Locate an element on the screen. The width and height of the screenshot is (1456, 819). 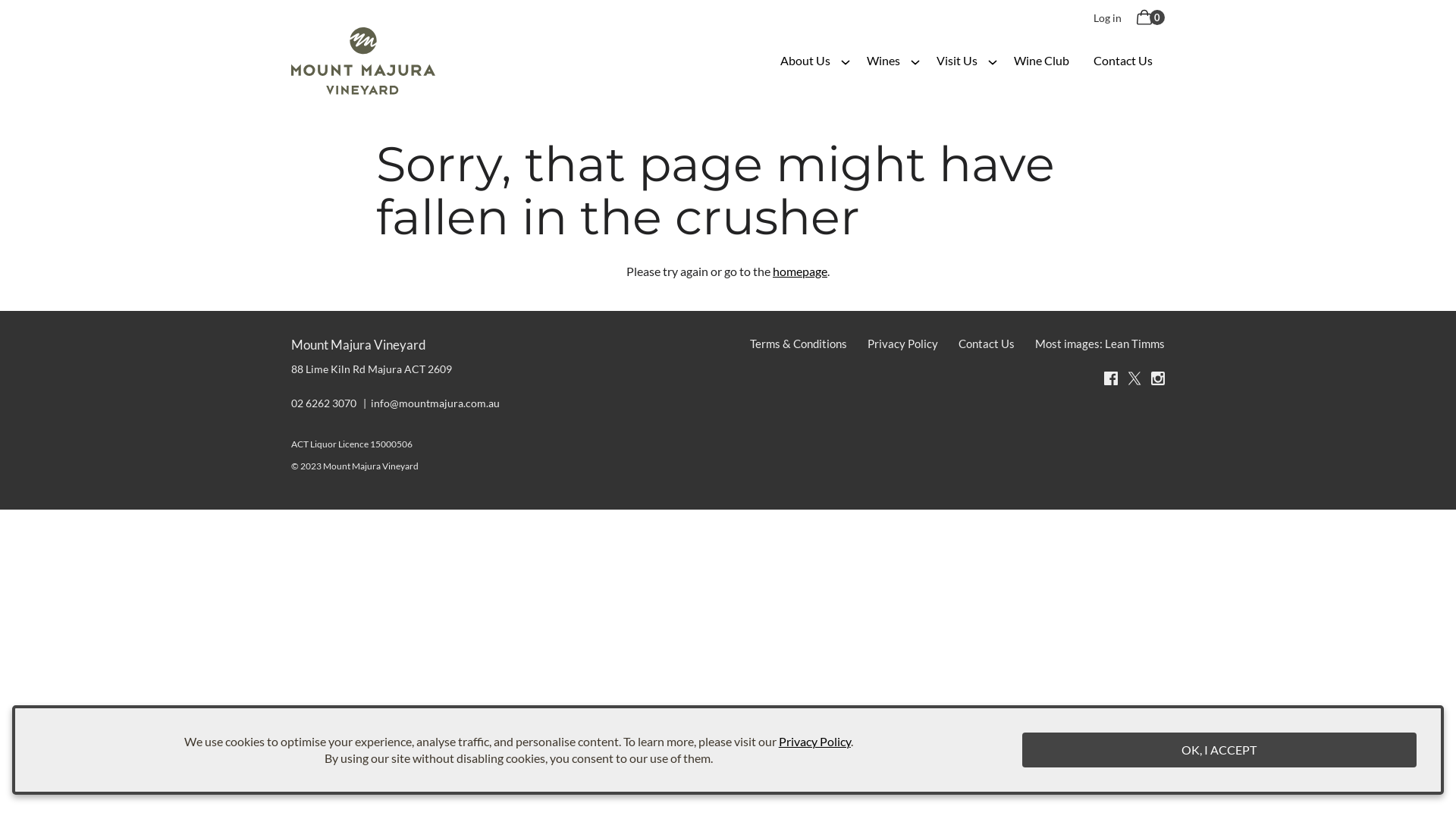
'Visit Us' is located at coordinates (956, 60).